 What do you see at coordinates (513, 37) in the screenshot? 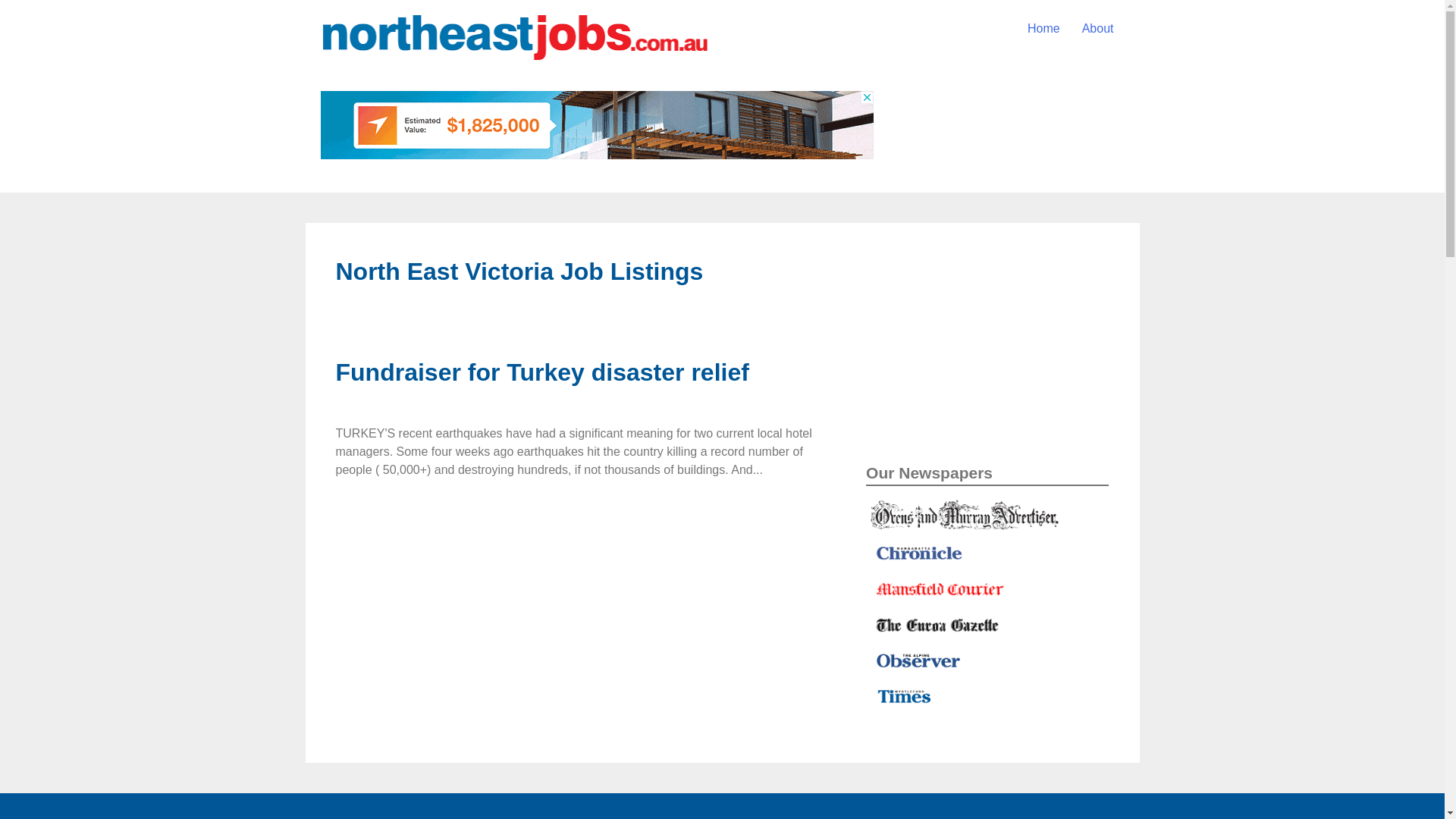
I see `'North-East-Jobs-web-address'` at bounding box center [513, 37].